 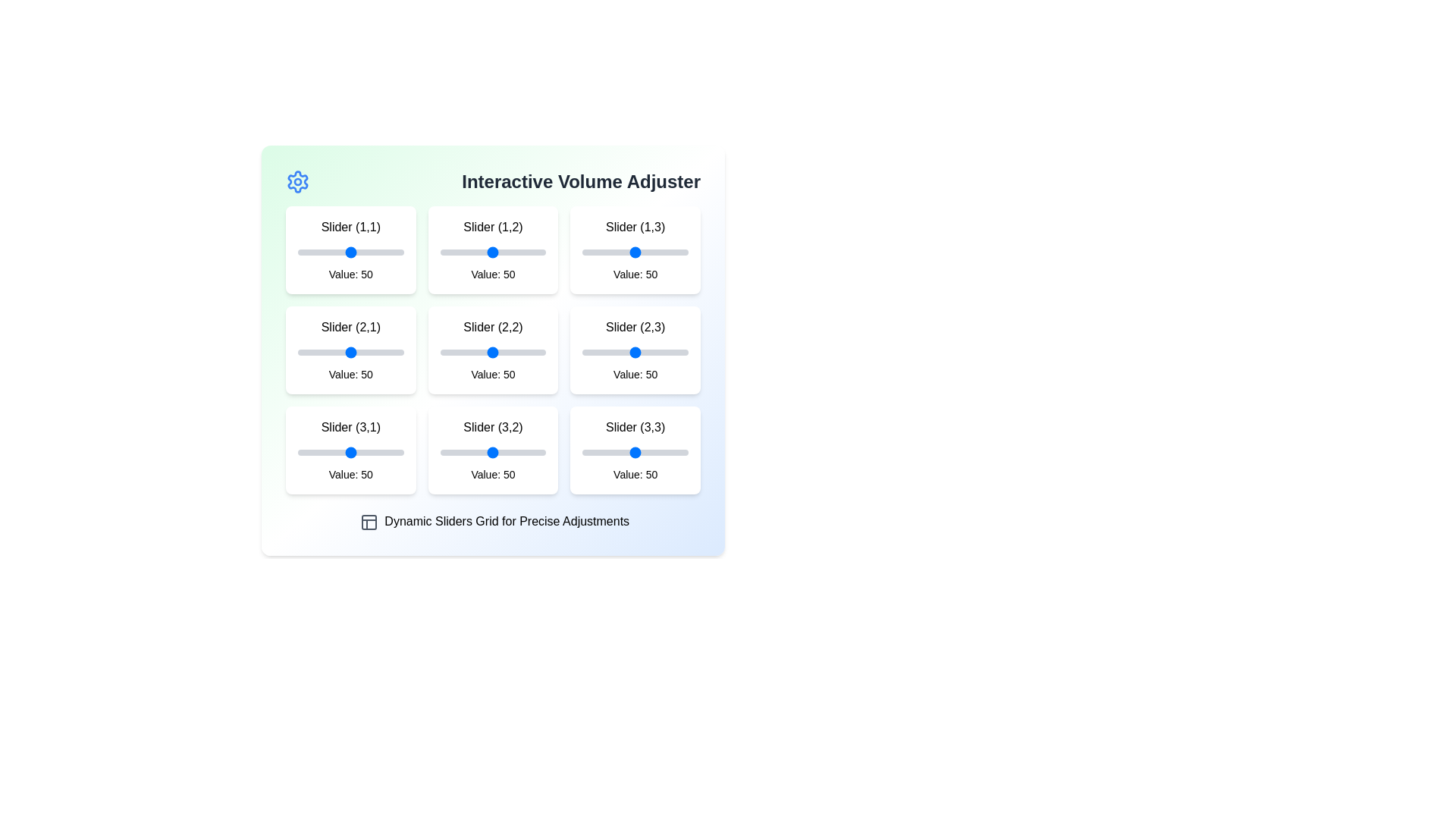 I want to click on the settings icon located at the top-left corner of the component, so click(x=298, y=180).